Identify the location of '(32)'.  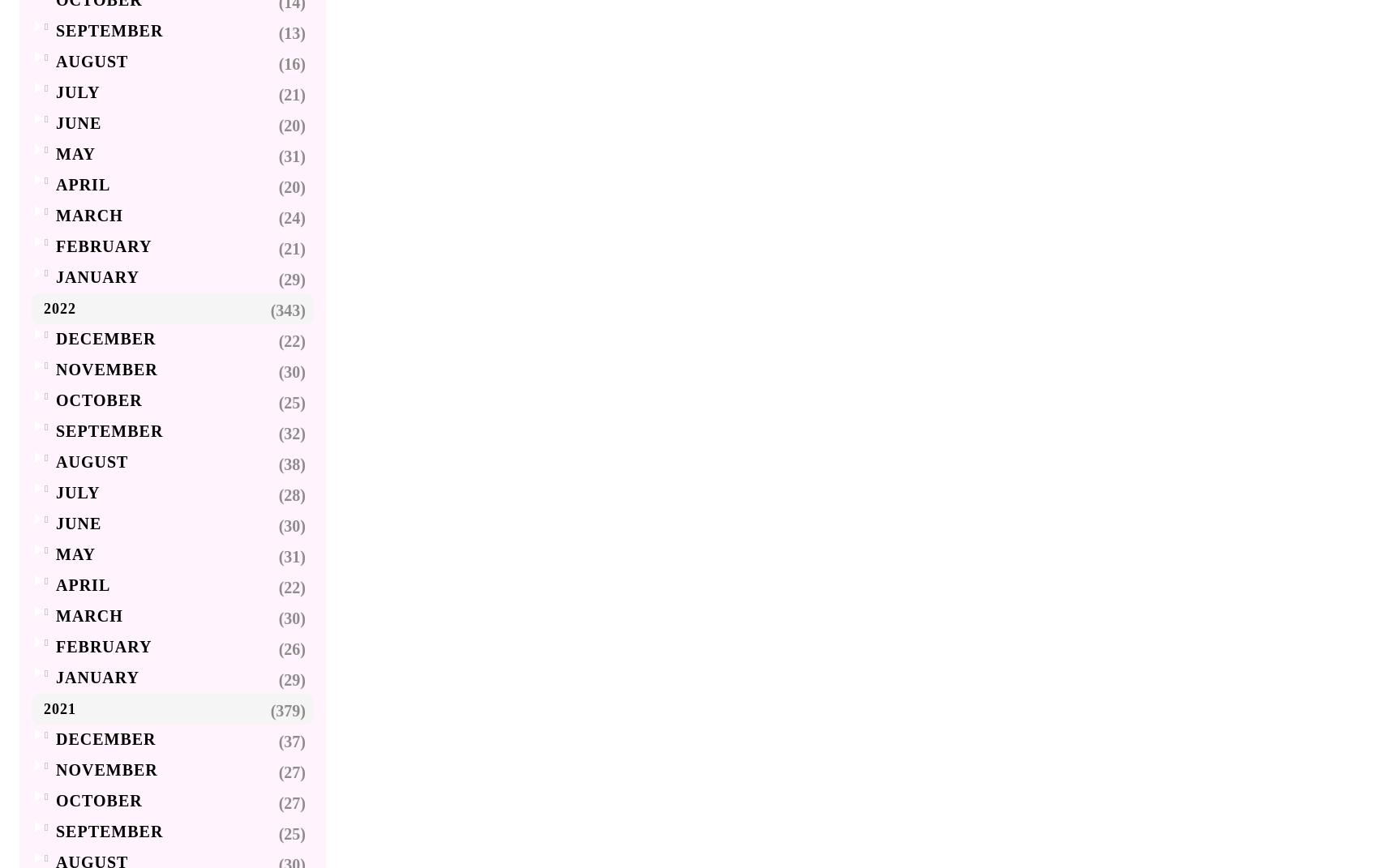
(277, 432).